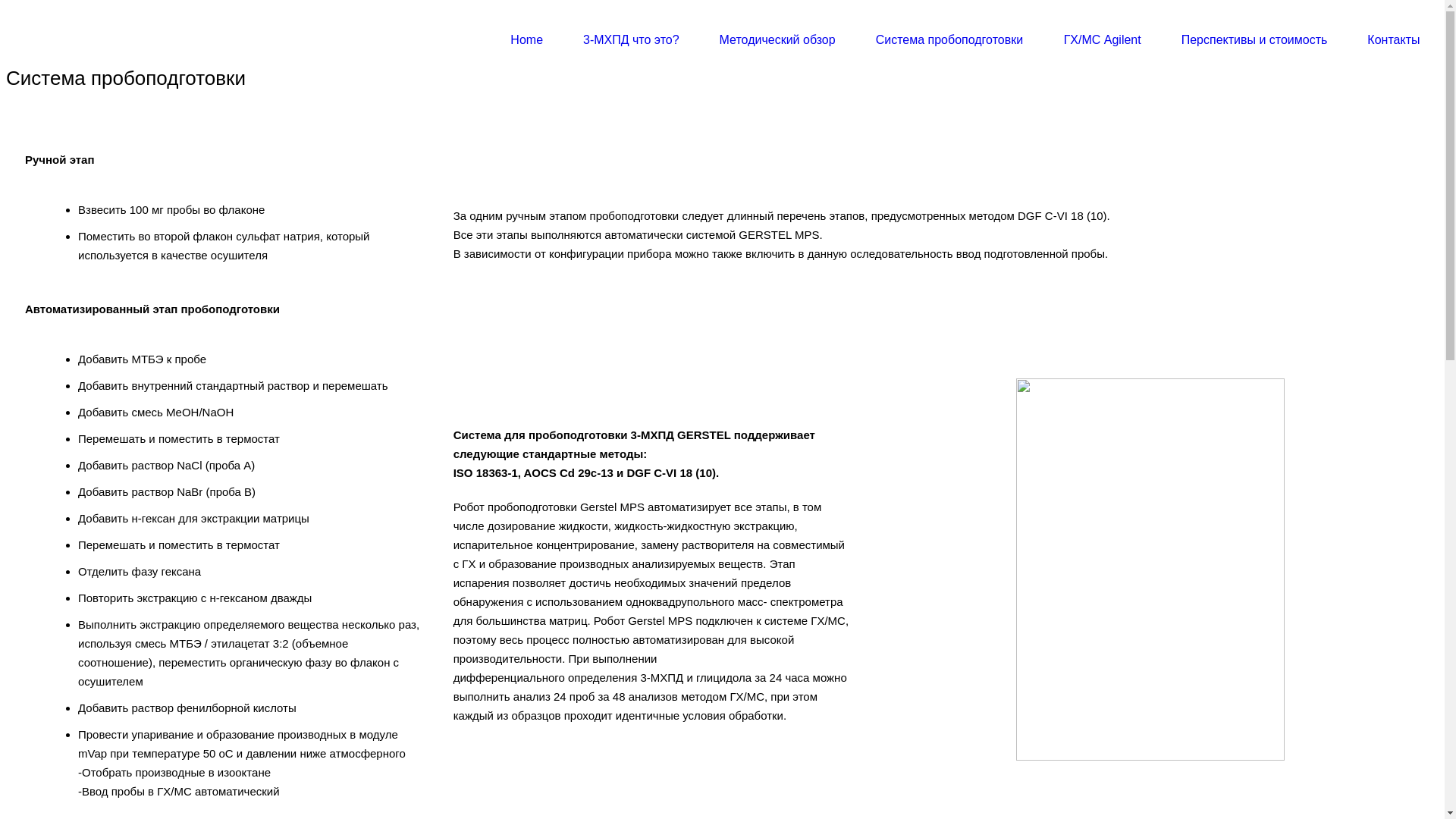 Image resolution: width=1456 pixels, height=819 pixels. Describe the element at coordinates (491, 39) in the screenshot. I see `'Home'` at that location.